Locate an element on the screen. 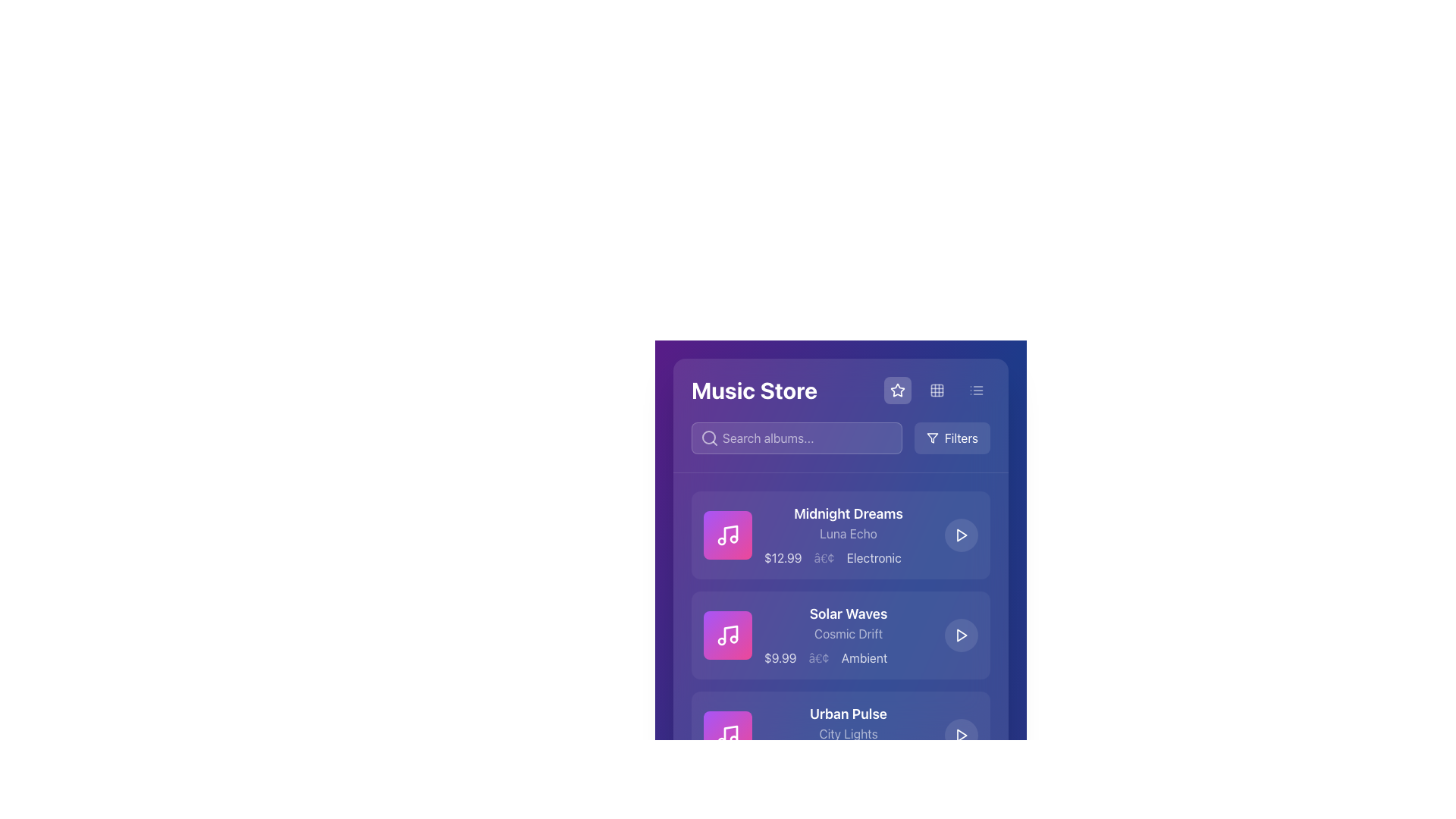 The height and width of the screenshot is (819, 1456). the text input field located at the top-left section of the main interface, just below the 'Music Store' header, to focus and start typing a query is located at coordinates (795, 438).